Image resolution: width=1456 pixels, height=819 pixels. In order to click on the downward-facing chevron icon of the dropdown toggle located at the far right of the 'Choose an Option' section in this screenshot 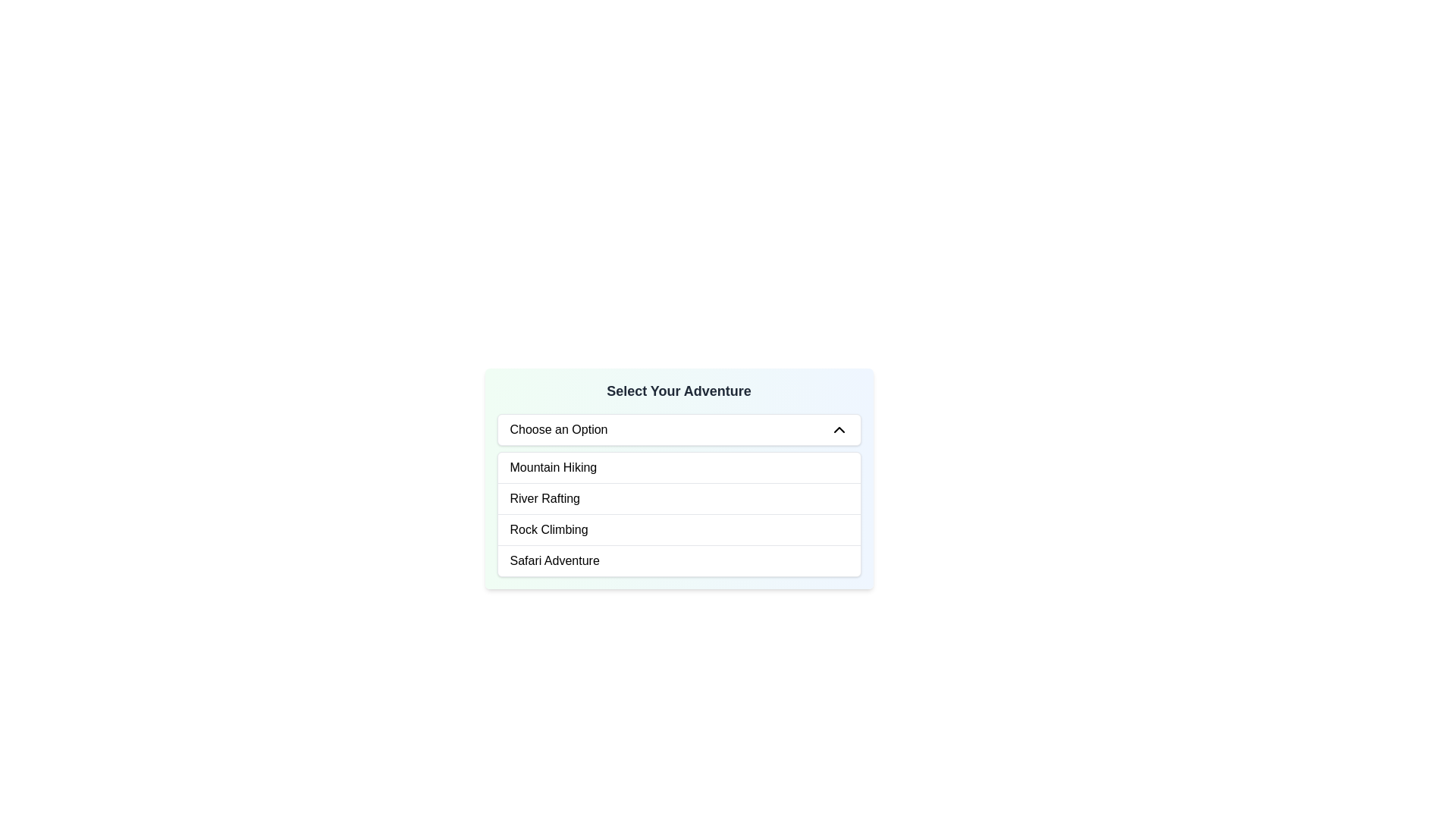, I will do `click(838, 430)`.